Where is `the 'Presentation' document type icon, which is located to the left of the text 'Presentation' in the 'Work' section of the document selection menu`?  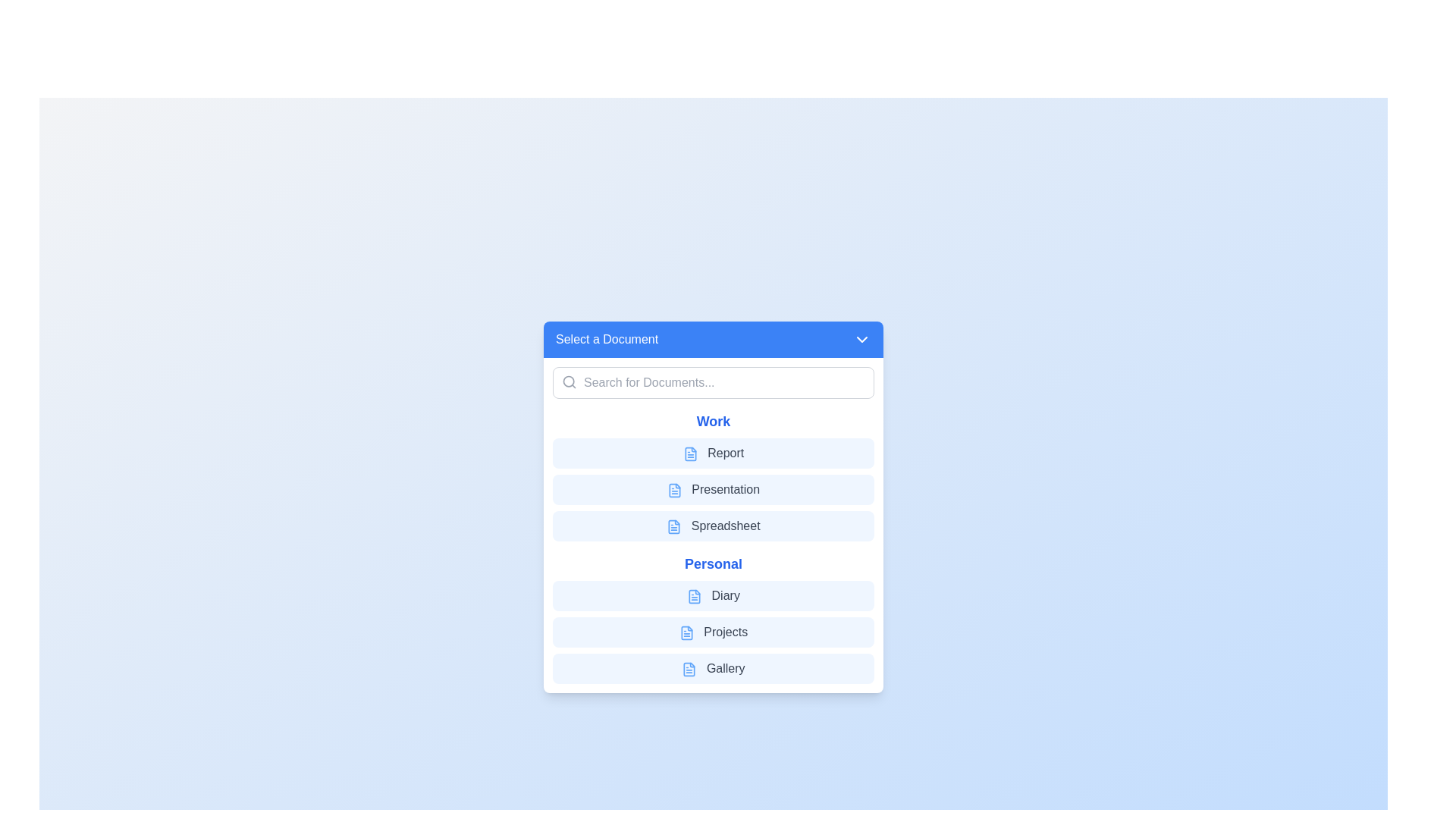
the 'Presentation' document type icon, which is located to the left of the text 'Presentation' in the 'Work' section of the document selection menu is located at coordinates (673, 490).